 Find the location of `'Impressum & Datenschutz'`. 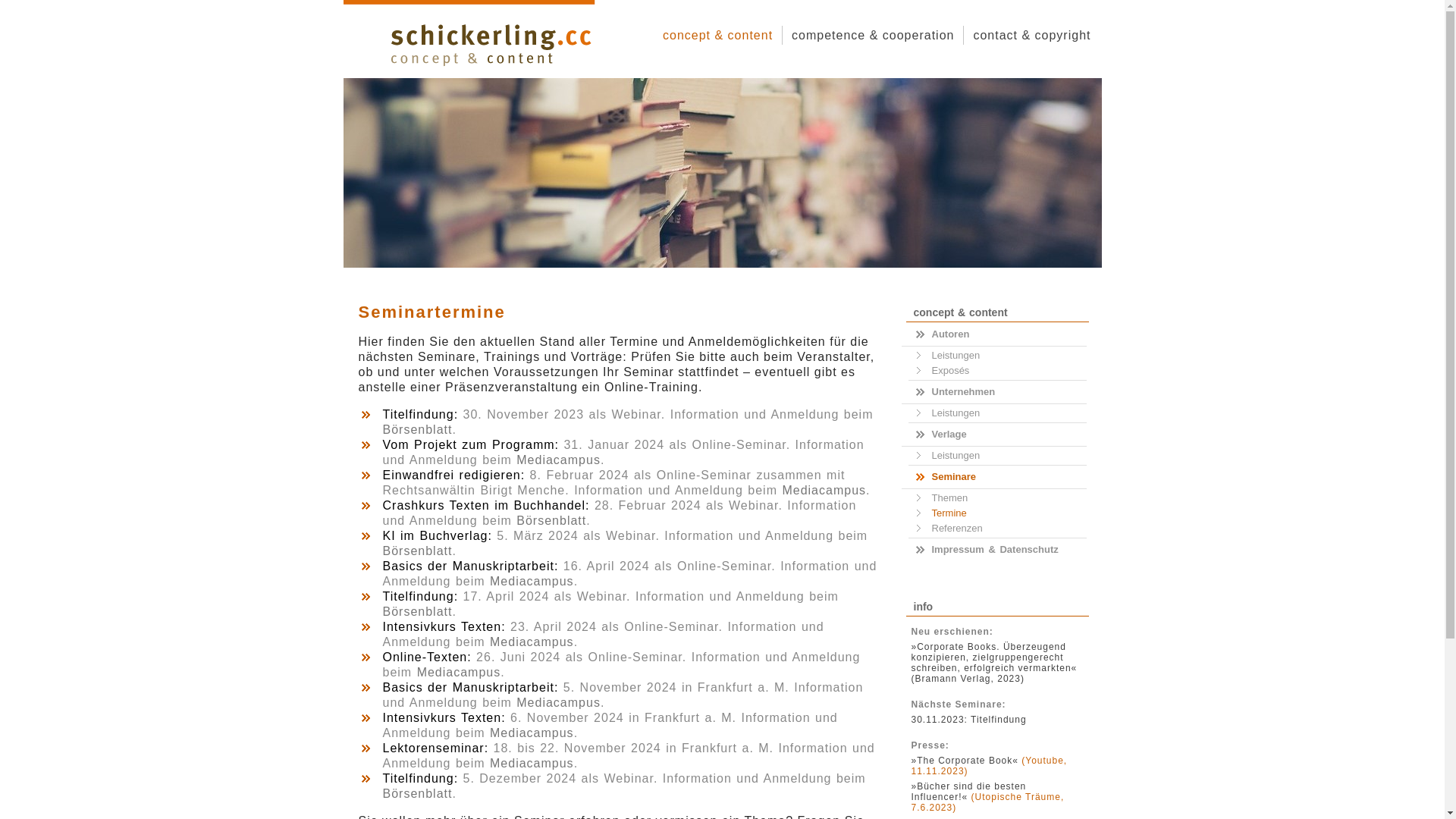

'Impressum & Datenschutz' is located at coordinates (997, 550).